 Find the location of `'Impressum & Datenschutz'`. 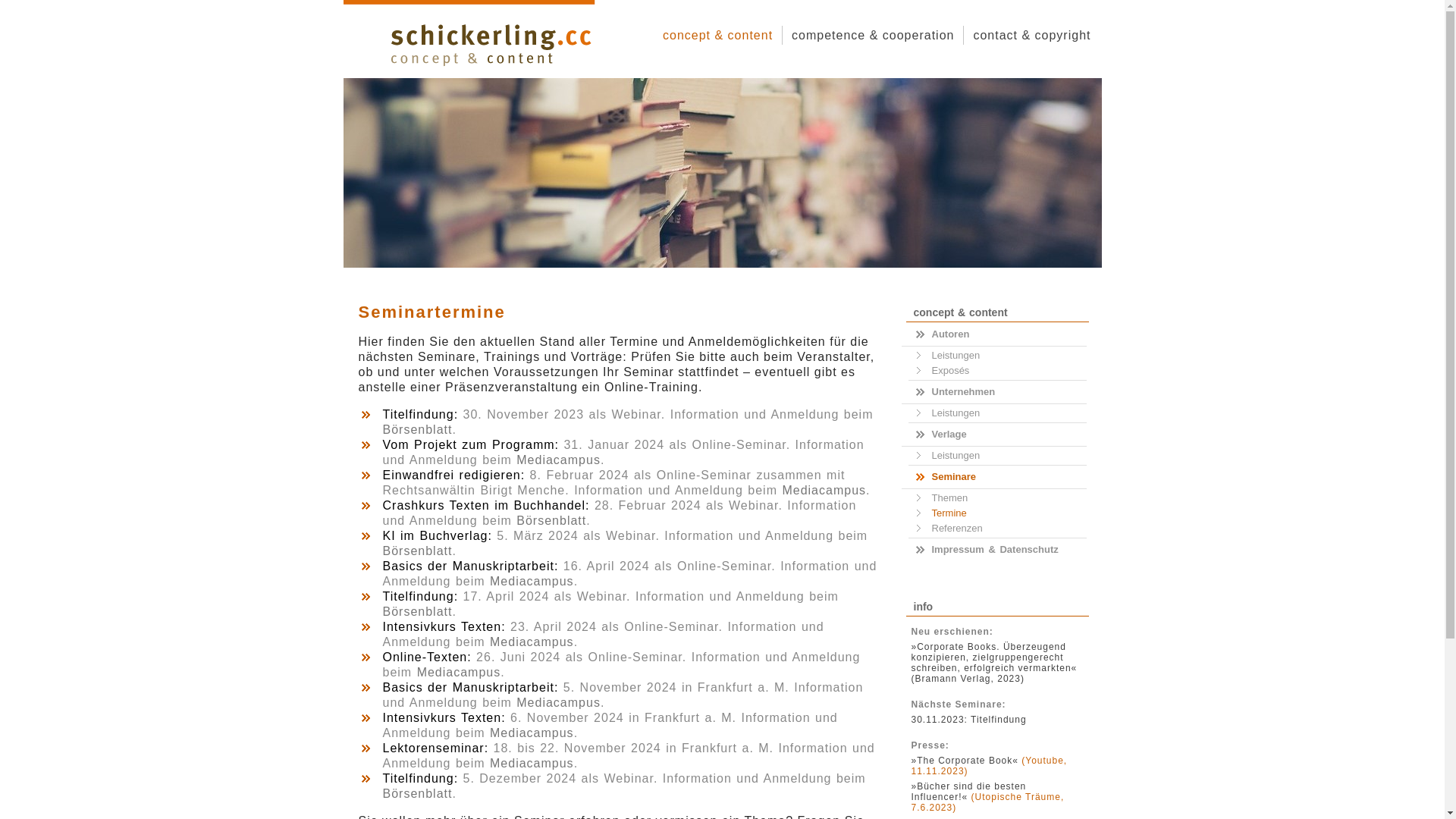

'Impressum & Datenschutz' is located at coordinates (997, 550).